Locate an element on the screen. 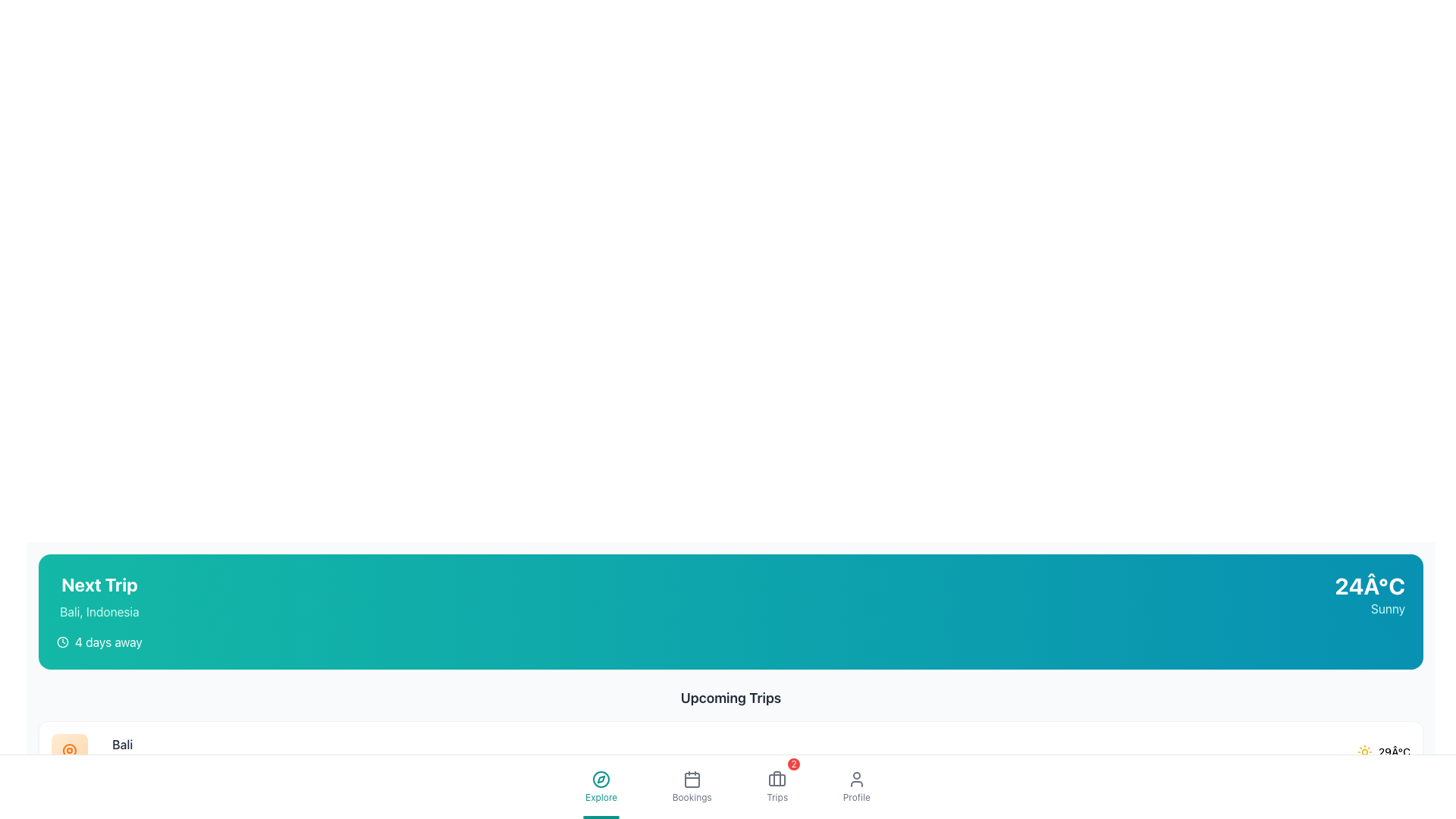  the SVG circle element located in the lower section of the 'Next Trip' card, which is adjacent to the countdown text '4 days away' is located at coordinates (61, 642).